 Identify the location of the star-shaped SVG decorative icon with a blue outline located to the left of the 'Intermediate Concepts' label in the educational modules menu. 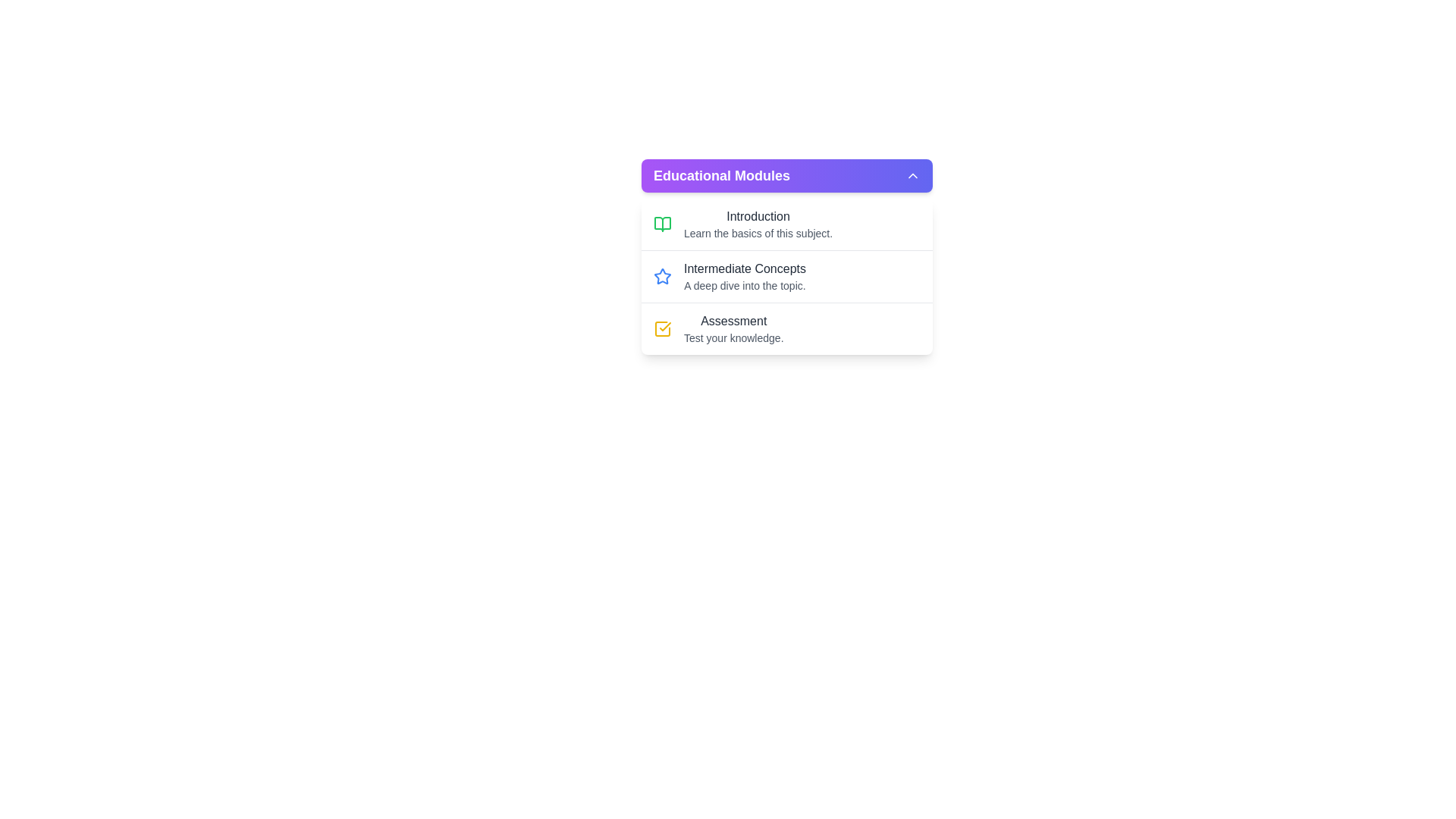
(662, 277).